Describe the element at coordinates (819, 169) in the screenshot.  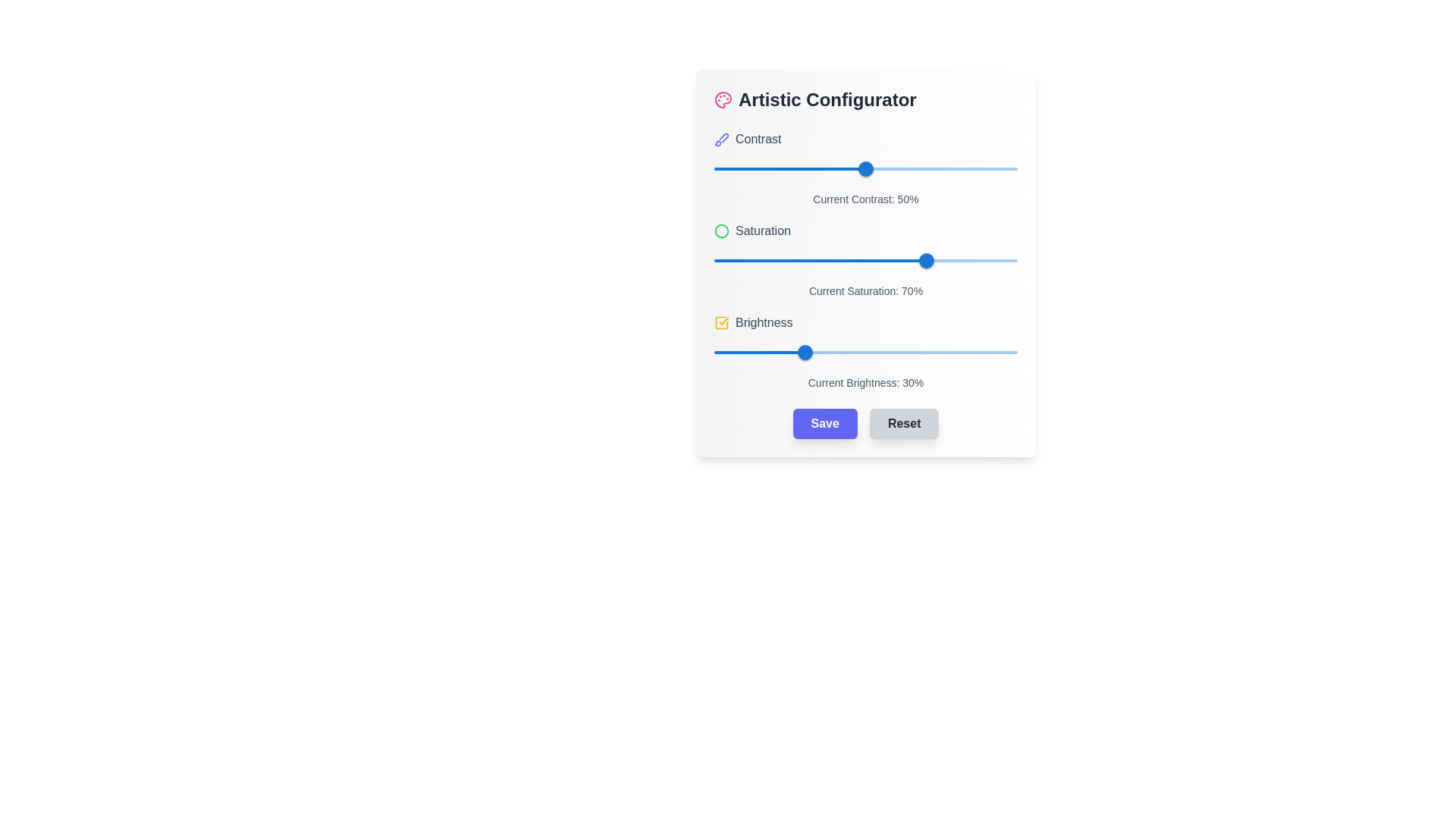
I see `the contrast level` at that location.